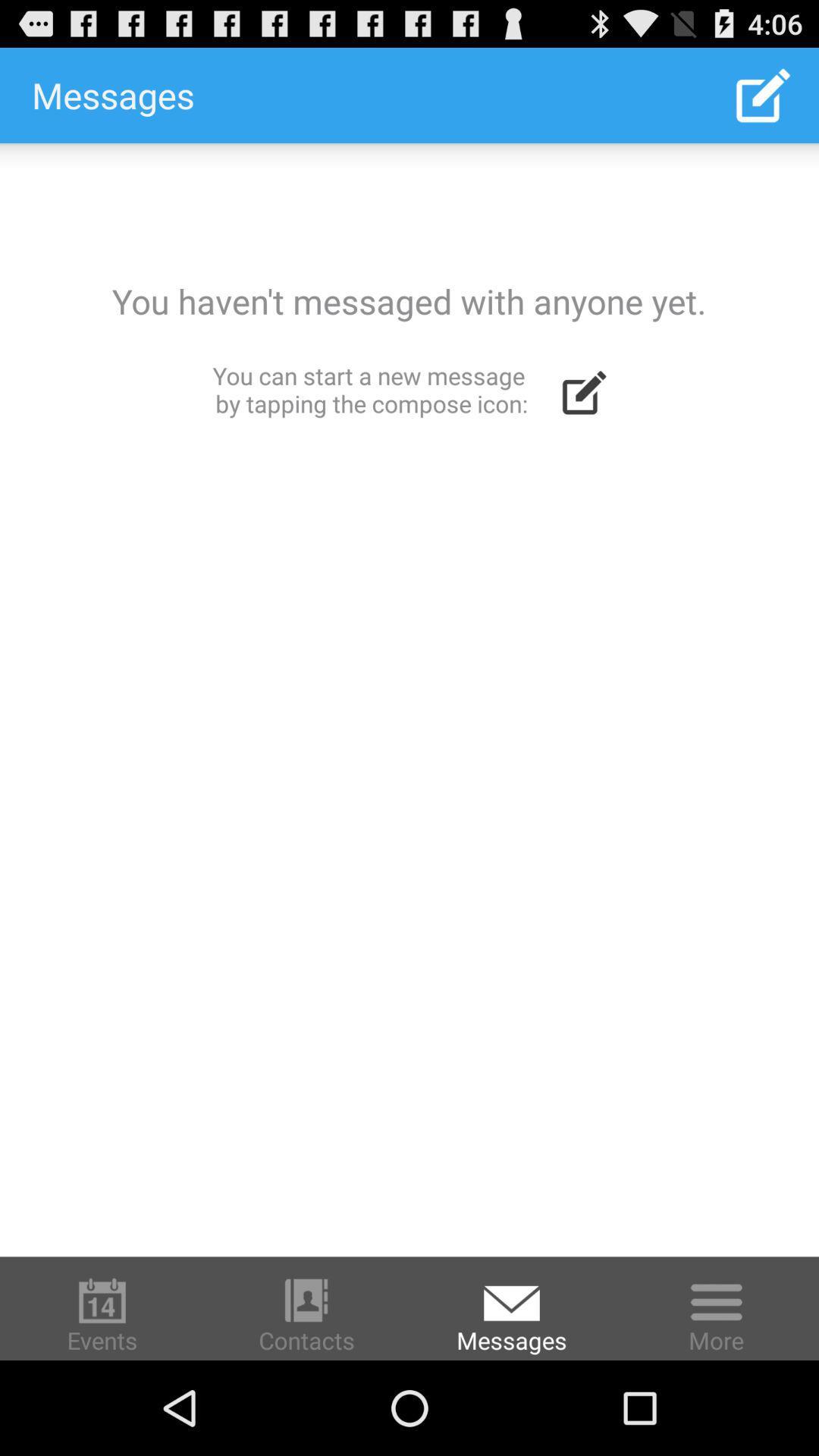  I want to click on compose a new message, so click(409, 698).